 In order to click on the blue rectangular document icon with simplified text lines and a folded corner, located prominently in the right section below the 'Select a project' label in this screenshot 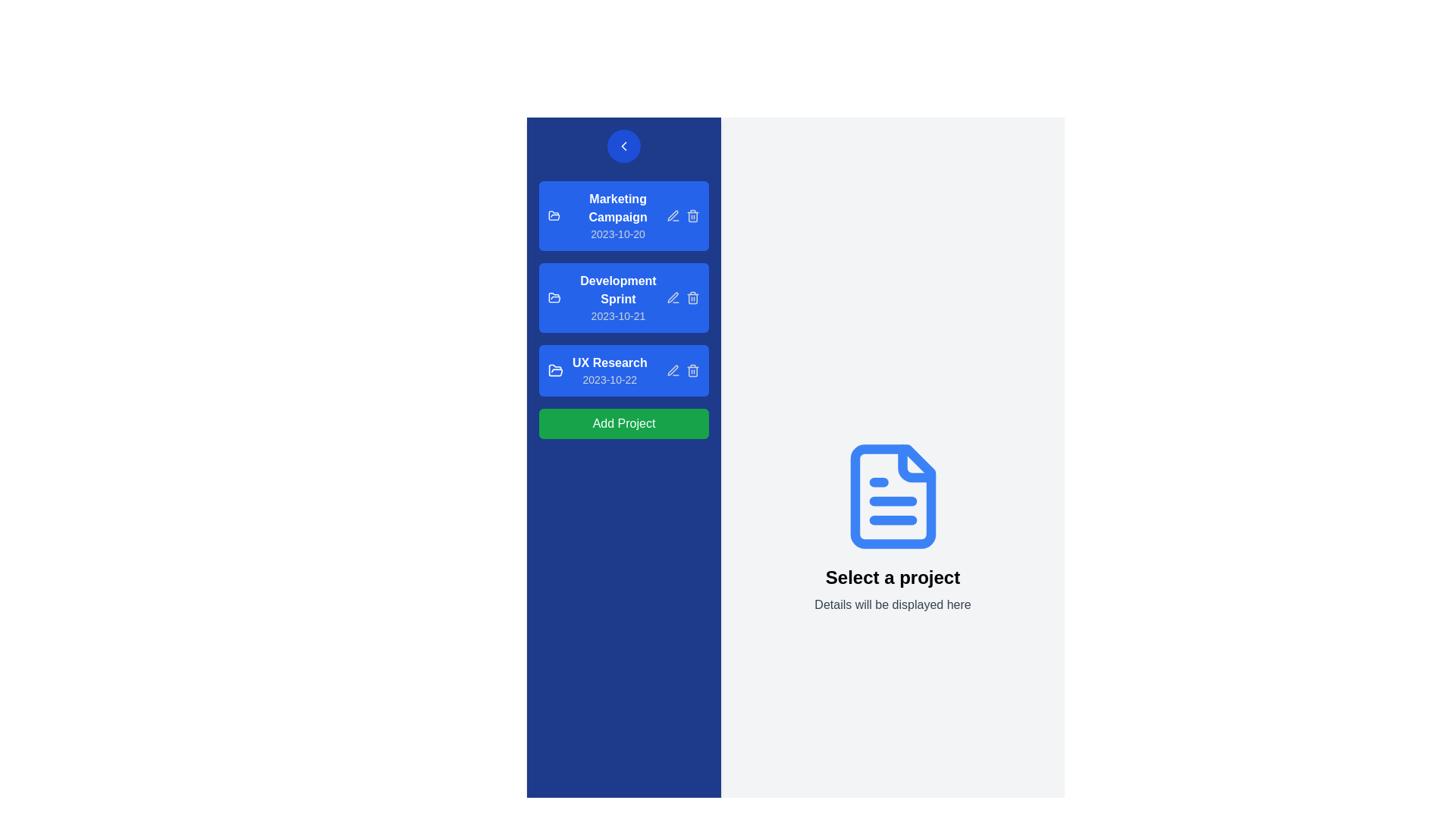, I will do `click(893, 497)`.